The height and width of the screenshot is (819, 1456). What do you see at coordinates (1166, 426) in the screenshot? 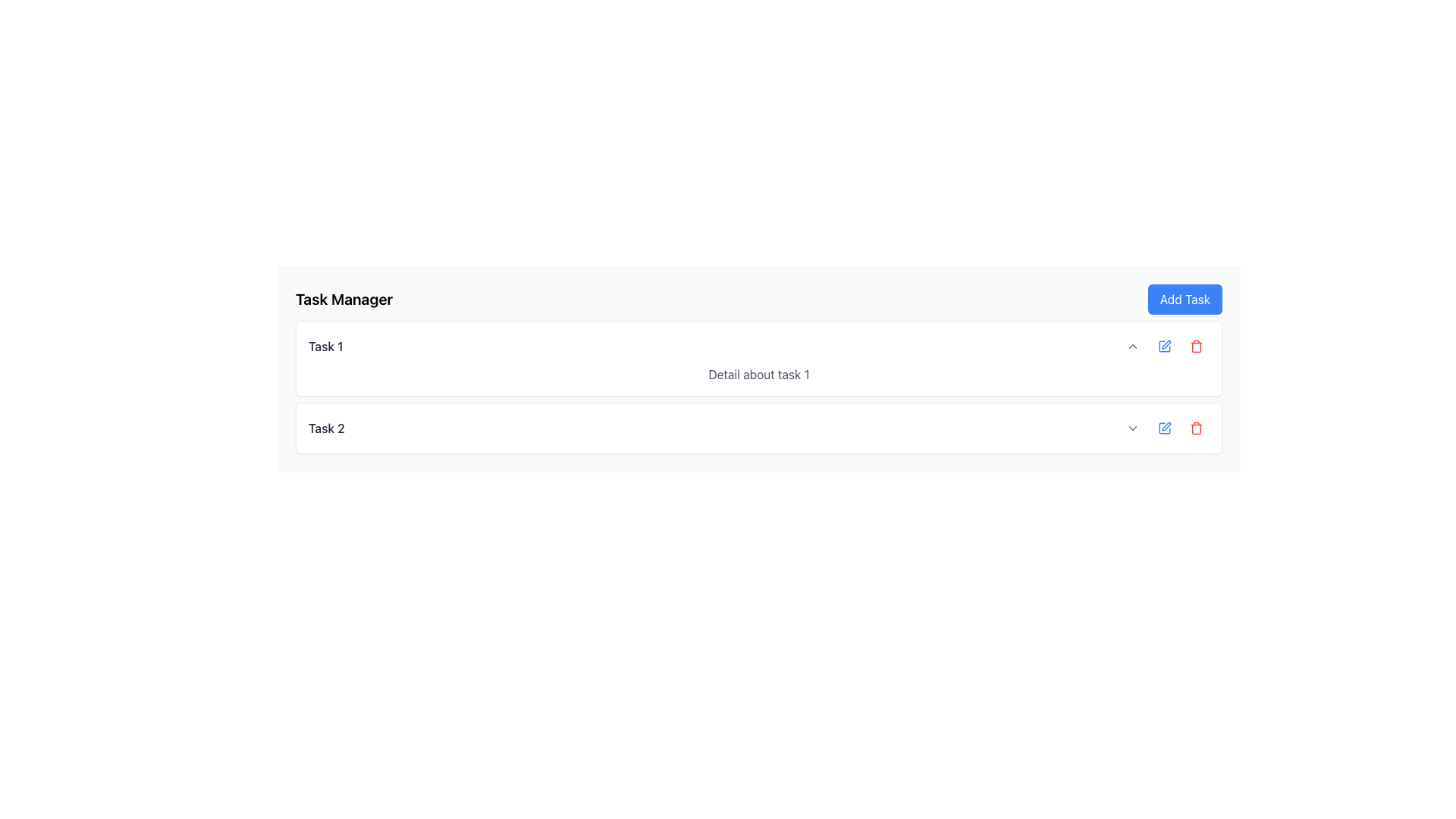
I see `the 'Edit' button located in the action section of the second task in the task list` at bounding box center [1166, 426].